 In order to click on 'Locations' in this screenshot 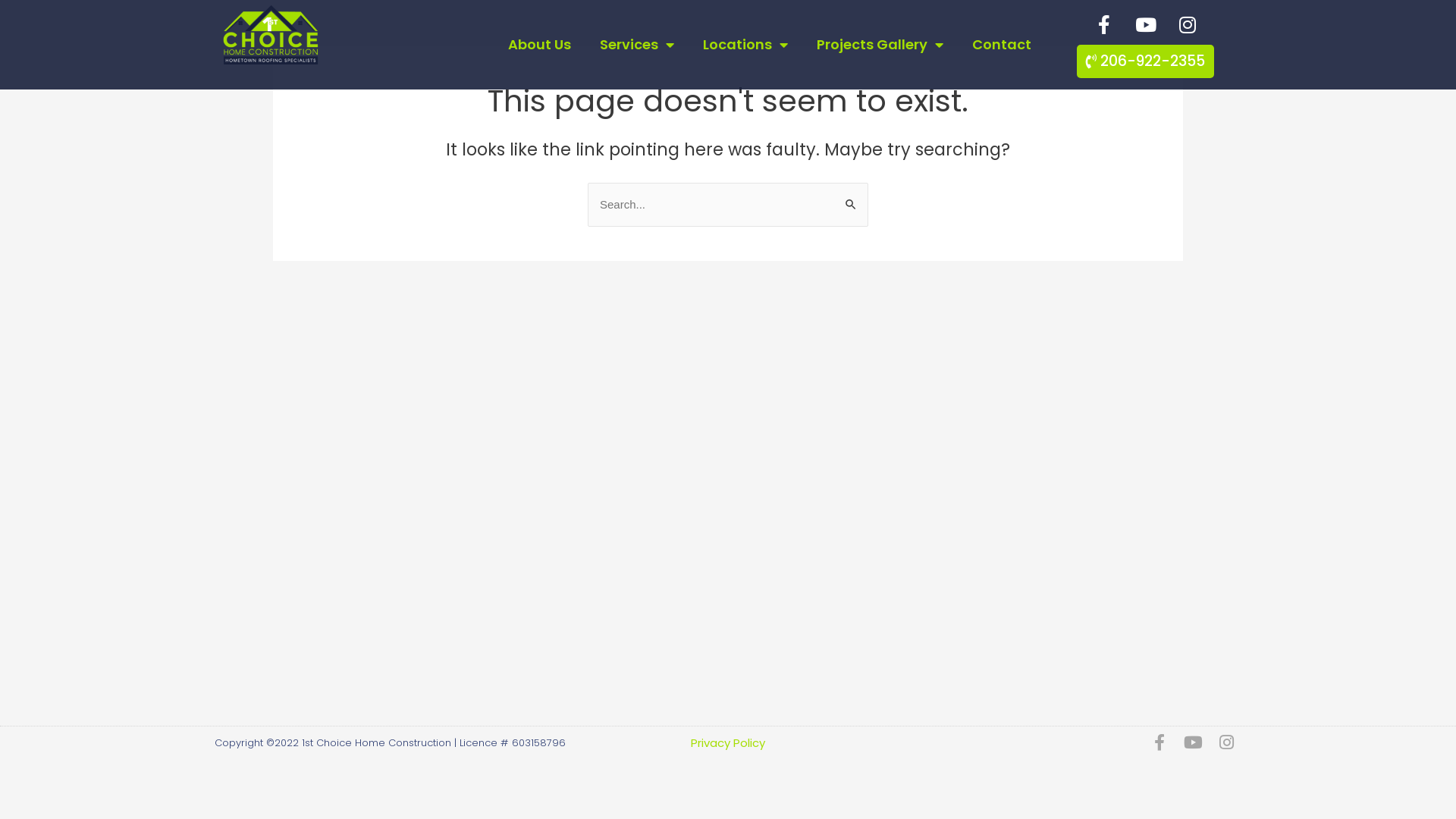, I will do `click(687, 43)`.